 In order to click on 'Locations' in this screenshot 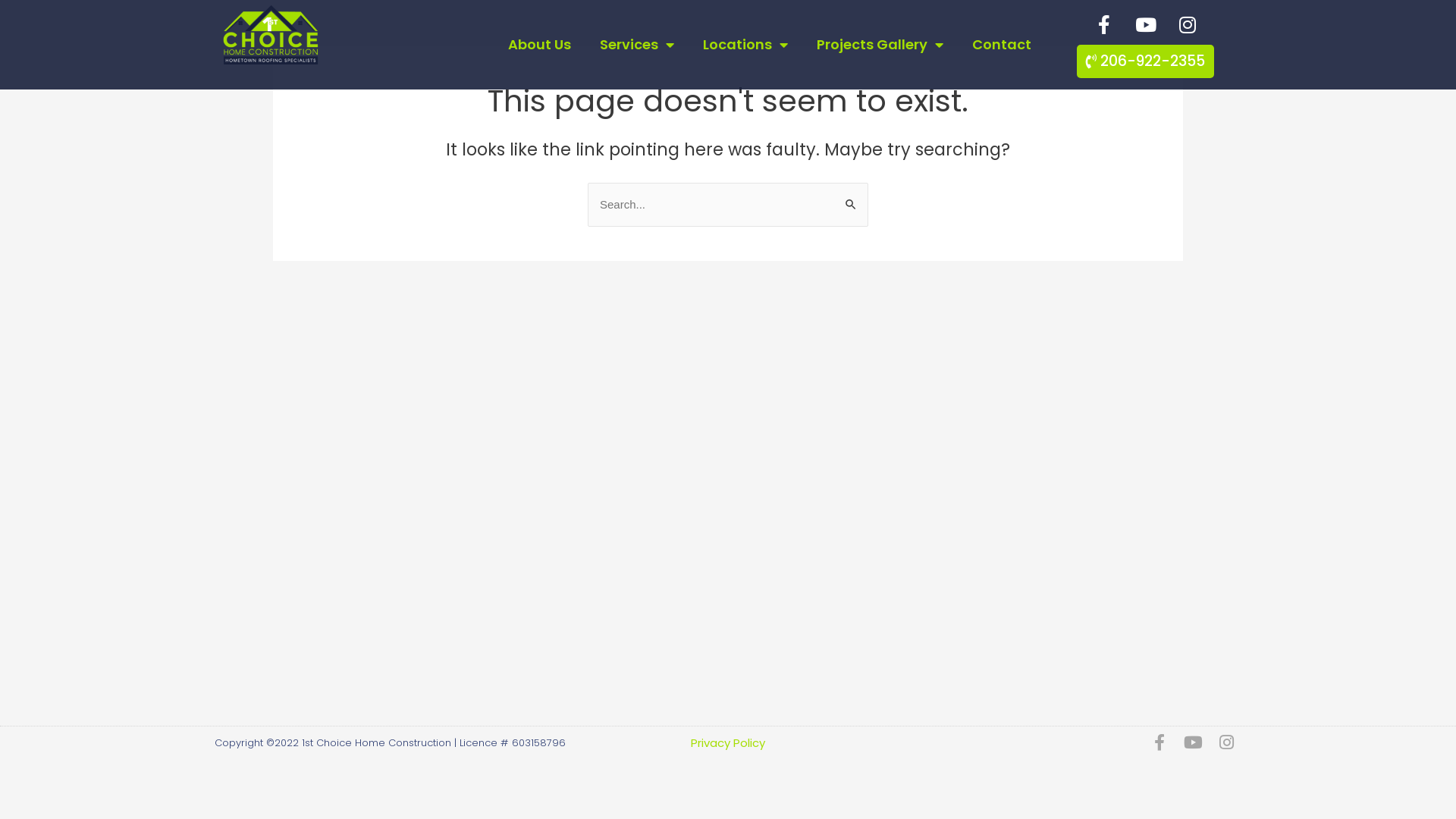, I will do `click(687, 43)`.